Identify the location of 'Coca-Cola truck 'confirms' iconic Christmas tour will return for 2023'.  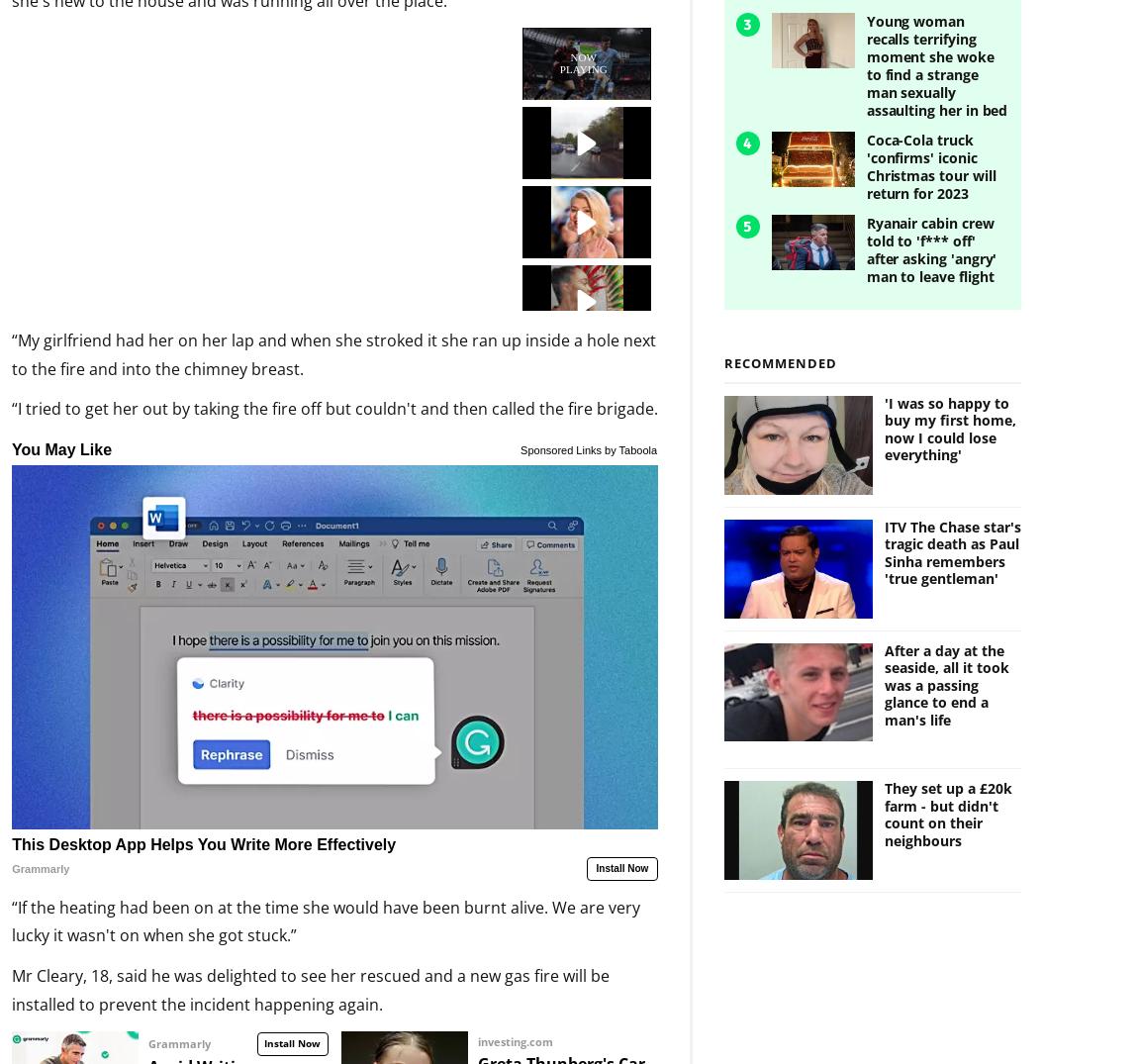
(930, 132).